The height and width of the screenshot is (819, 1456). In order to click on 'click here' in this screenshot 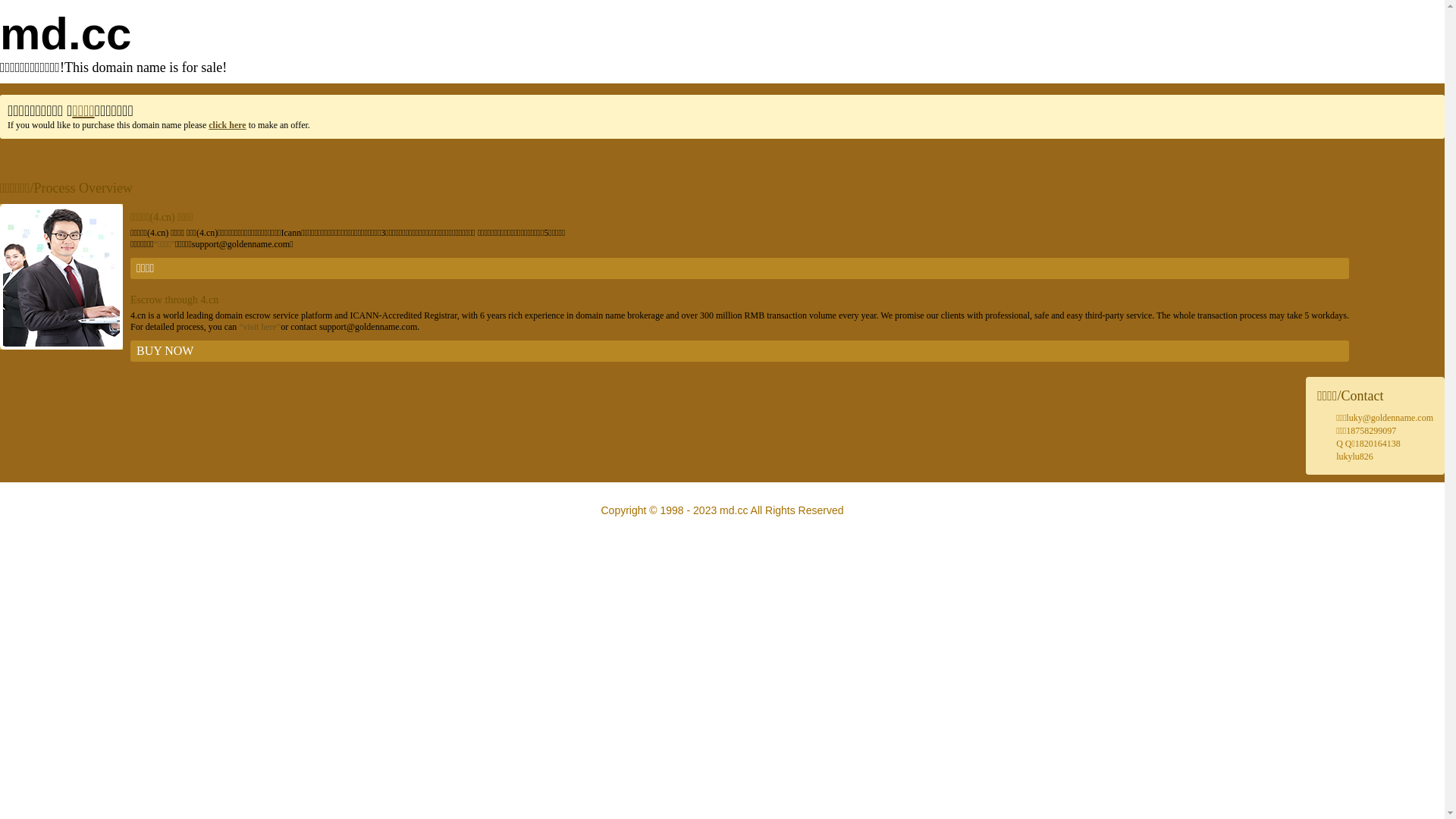, I will do `click(226, 124)`.